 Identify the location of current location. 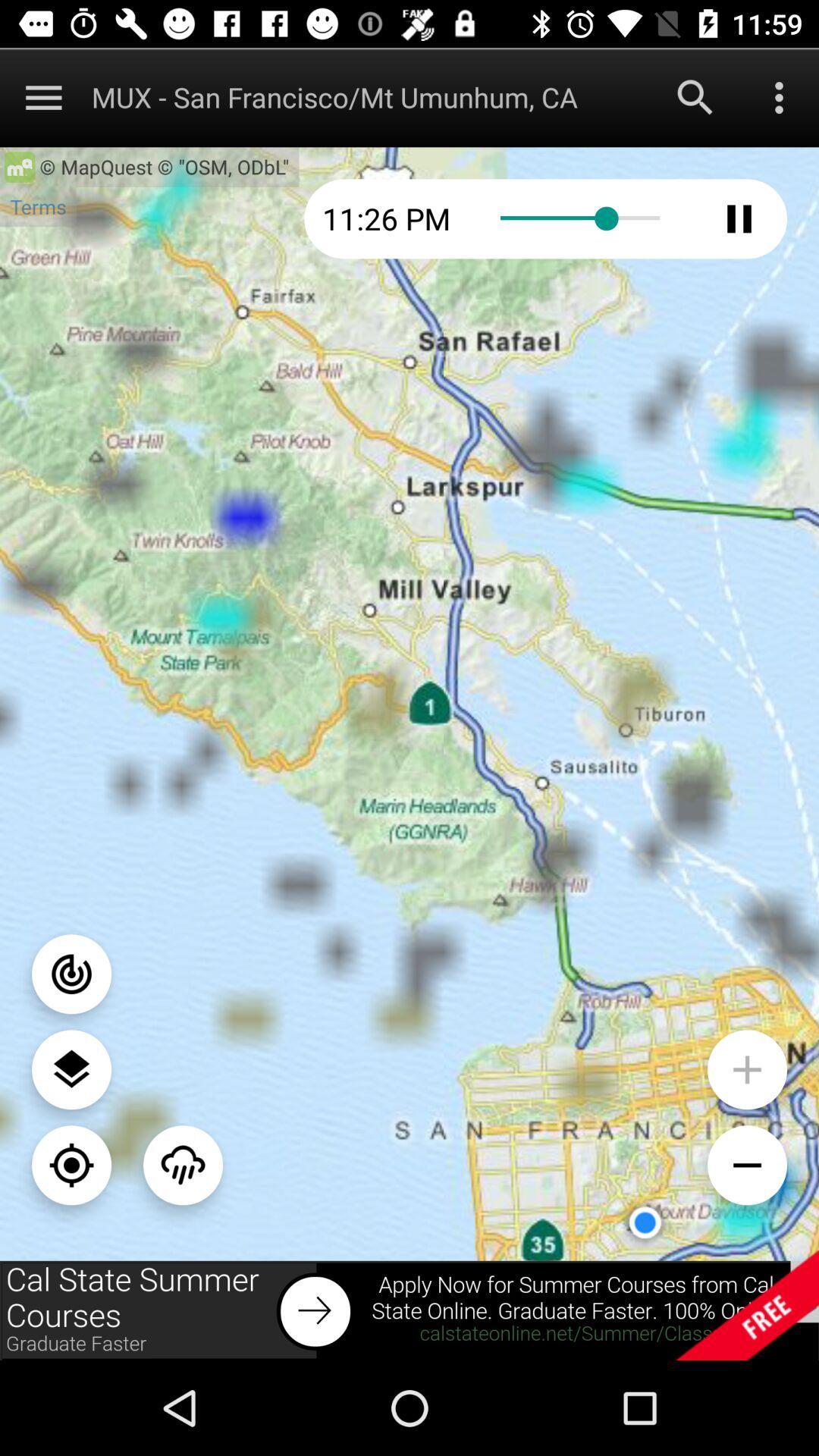
(71, 1164).